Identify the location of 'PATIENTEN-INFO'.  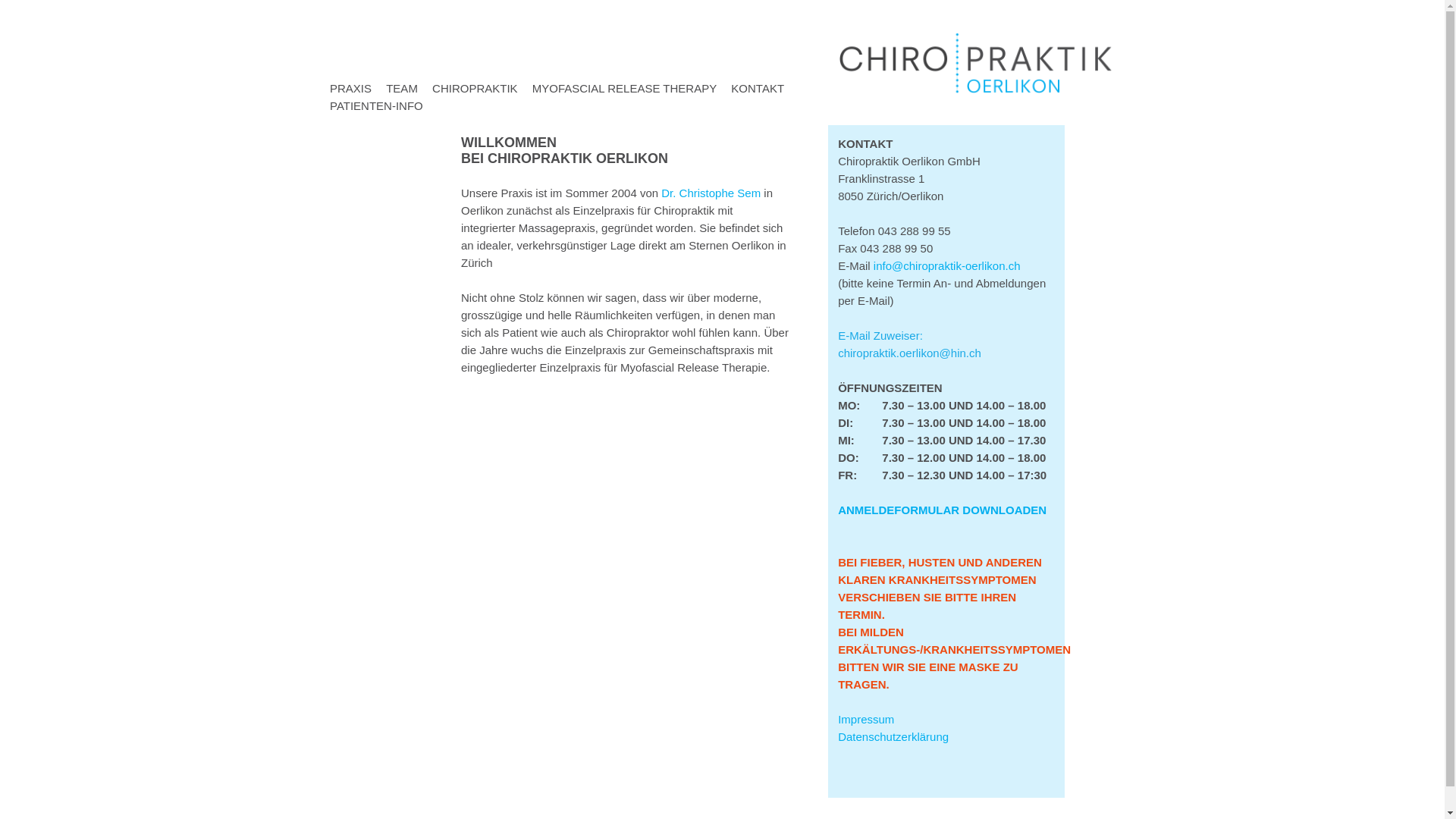
(376, 105).